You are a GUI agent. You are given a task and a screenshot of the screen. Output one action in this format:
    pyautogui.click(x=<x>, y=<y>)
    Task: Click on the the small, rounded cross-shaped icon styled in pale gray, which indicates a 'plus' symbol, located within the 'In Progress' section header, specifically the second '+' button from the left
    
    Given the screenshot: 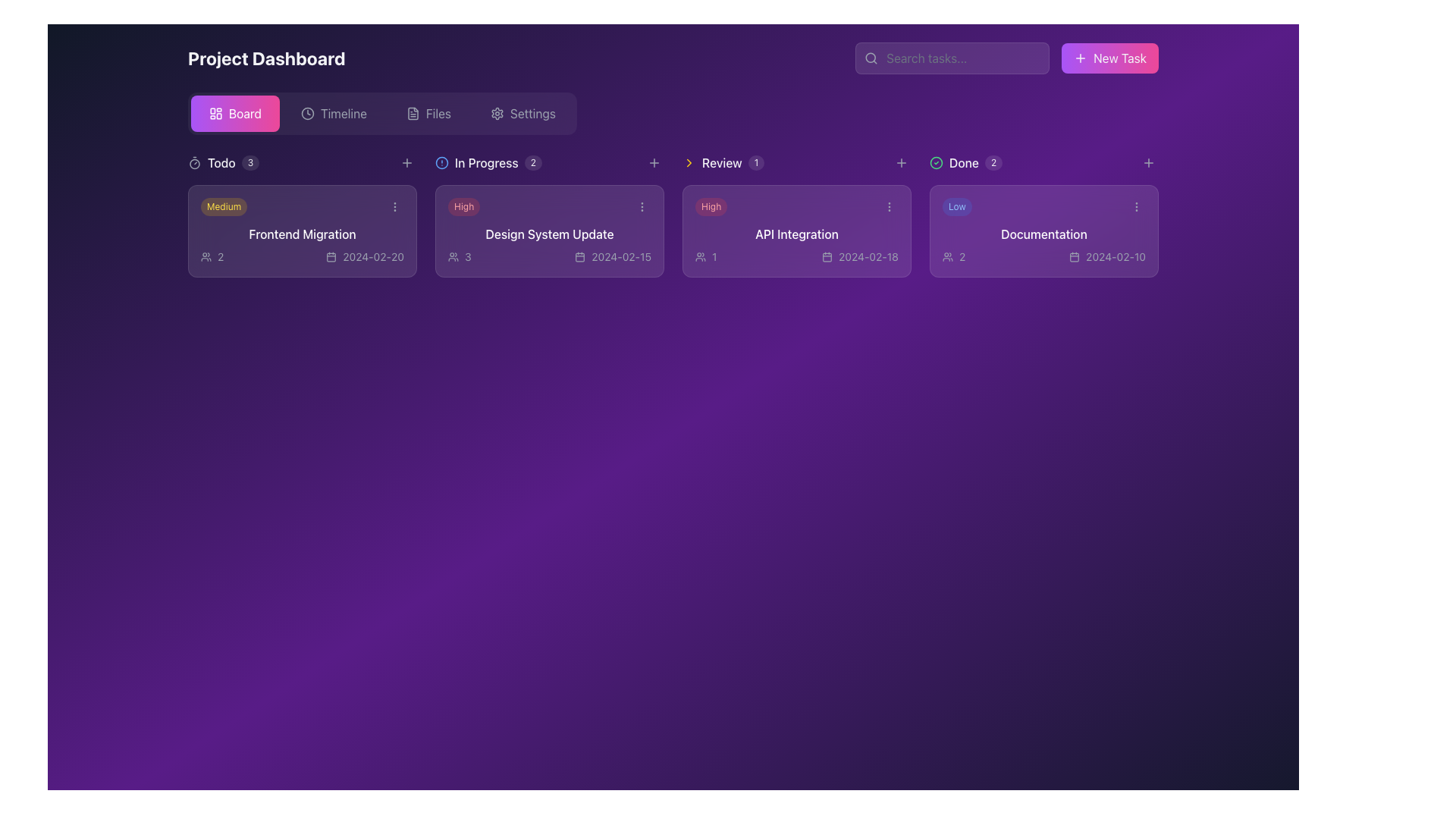 What is the action you would take?
    pyautogui.click(x=654, y=163)
    